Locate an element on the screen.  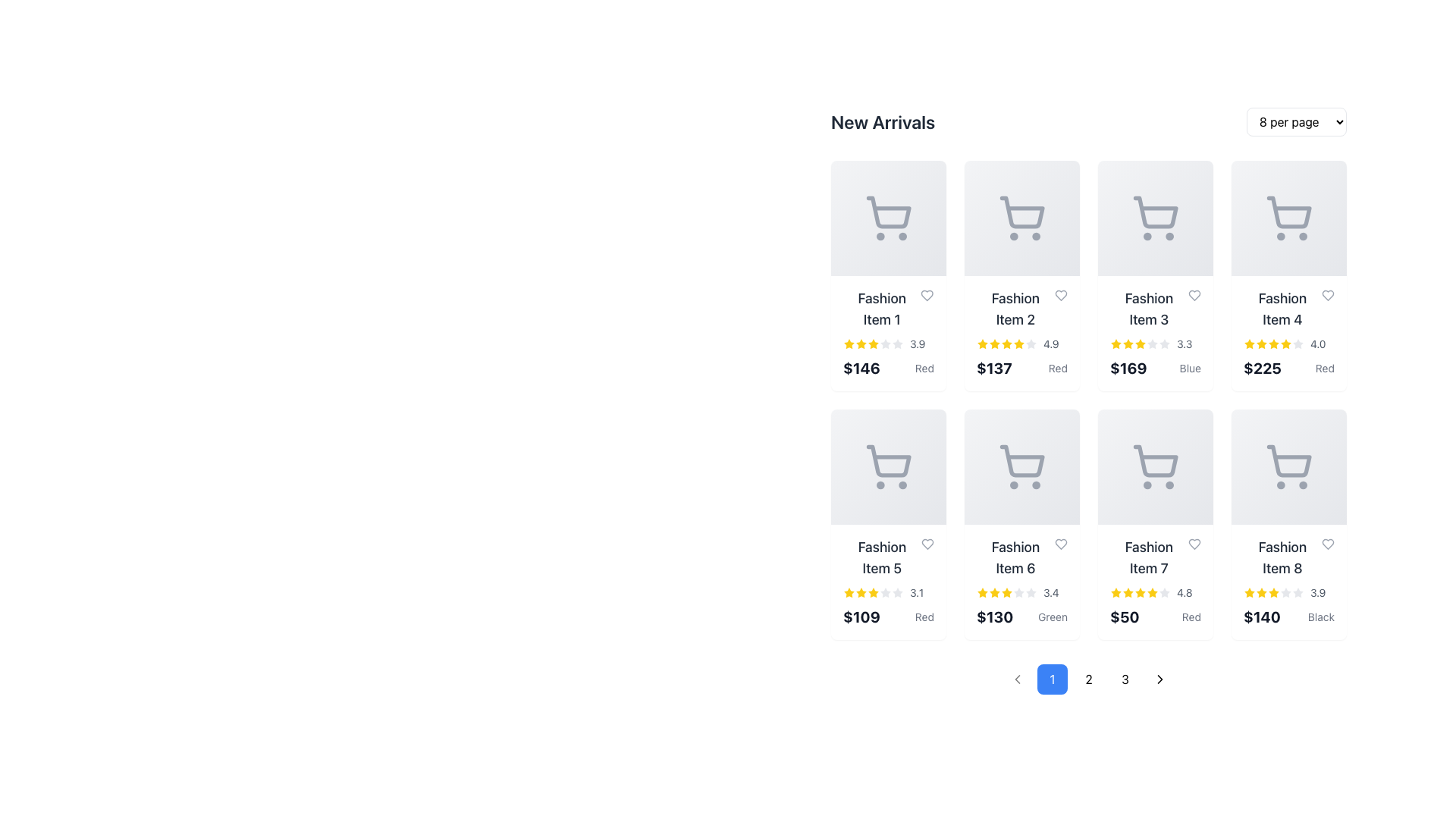
the shopping cart icon located in the fifth item of the first row of the product grid labeled 'Fashion Item 5' is located at coordinates (888, 466).